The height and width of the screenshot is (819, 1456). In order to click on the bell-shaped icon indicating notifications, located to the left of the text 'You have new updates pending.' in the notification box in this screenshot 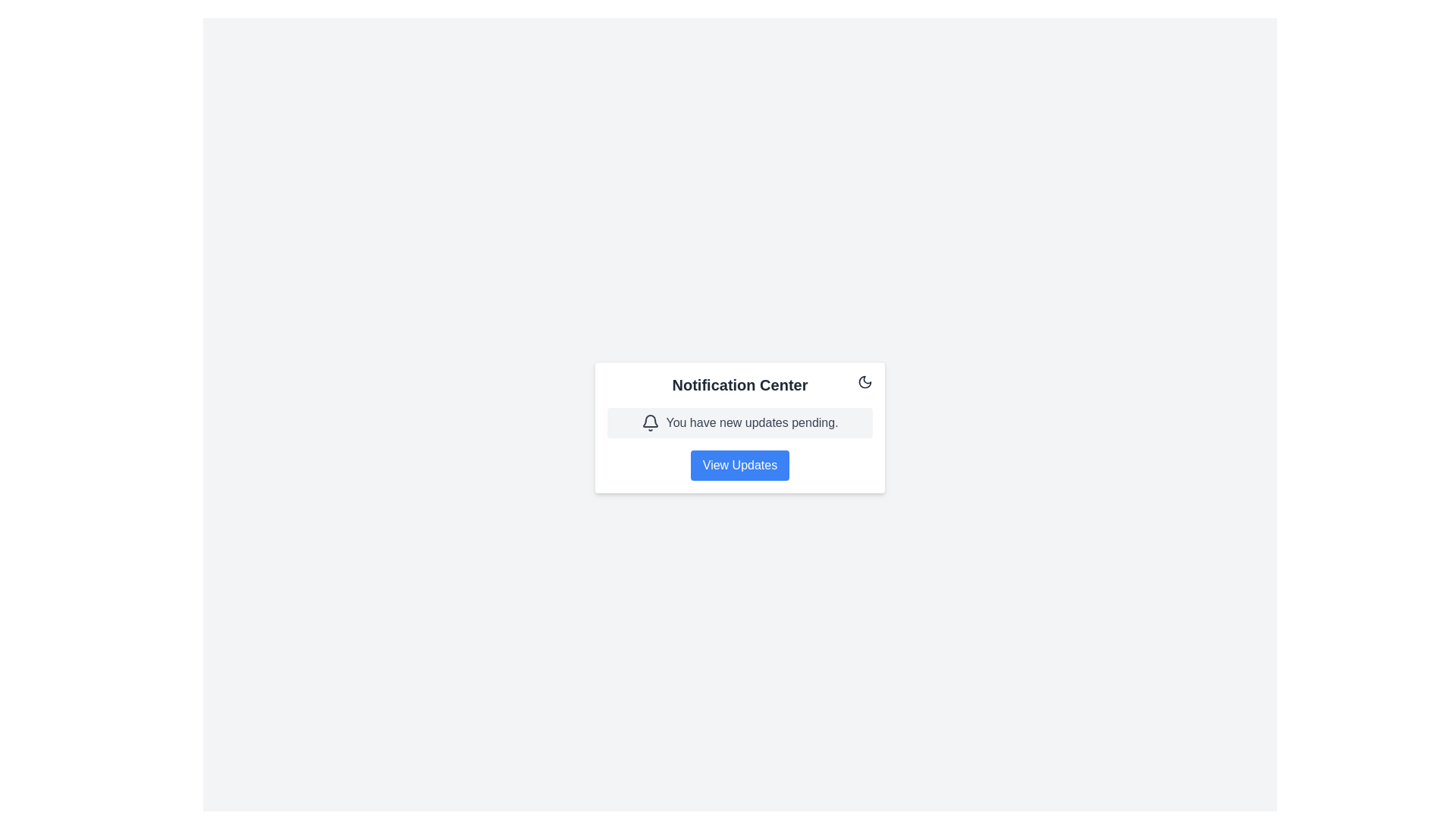, I will do `click(651, 423)`.